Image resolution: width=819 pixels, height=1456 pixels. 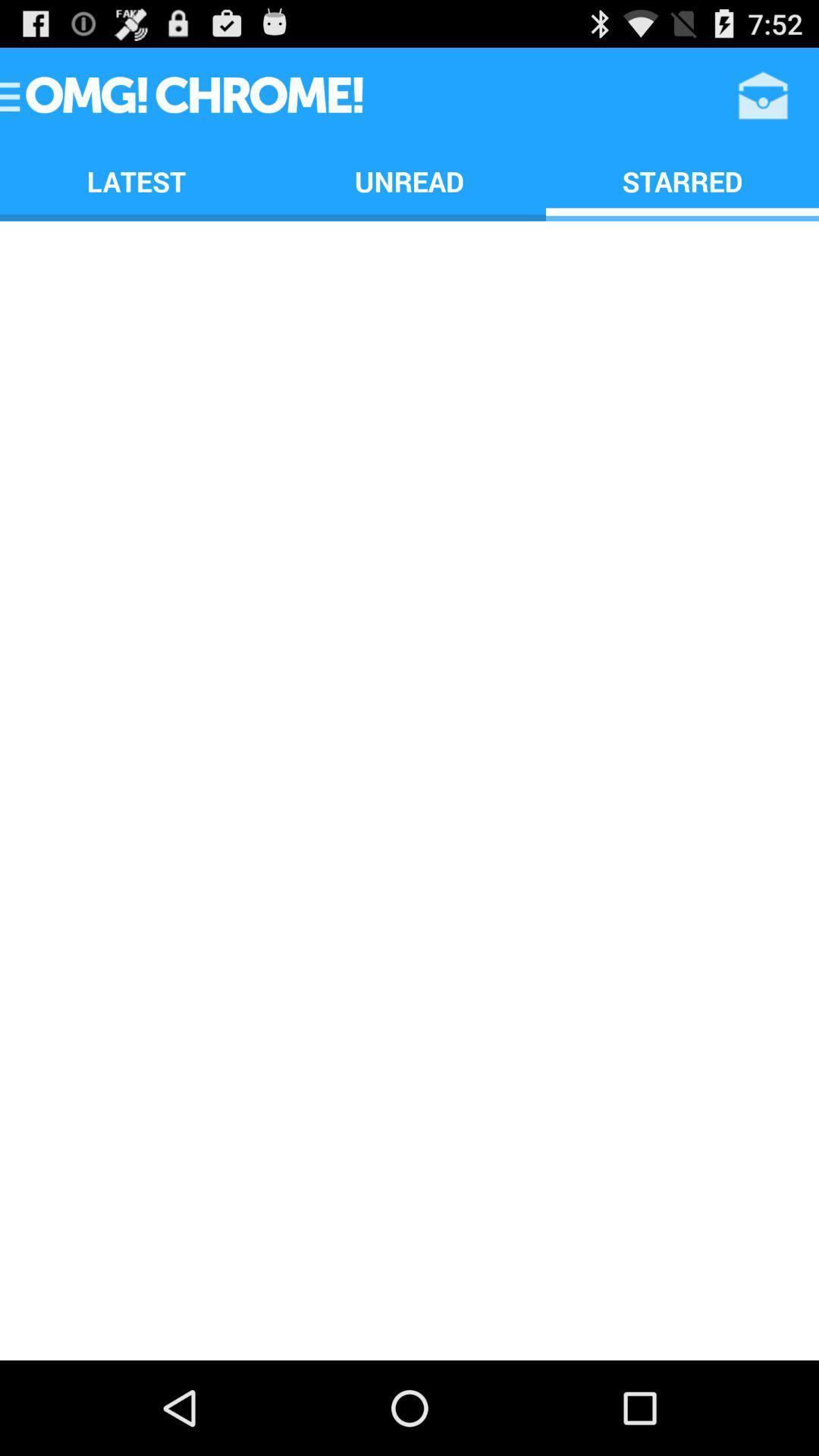 I want to click on the icon to the right of latest item, so click(x=409, y=181).